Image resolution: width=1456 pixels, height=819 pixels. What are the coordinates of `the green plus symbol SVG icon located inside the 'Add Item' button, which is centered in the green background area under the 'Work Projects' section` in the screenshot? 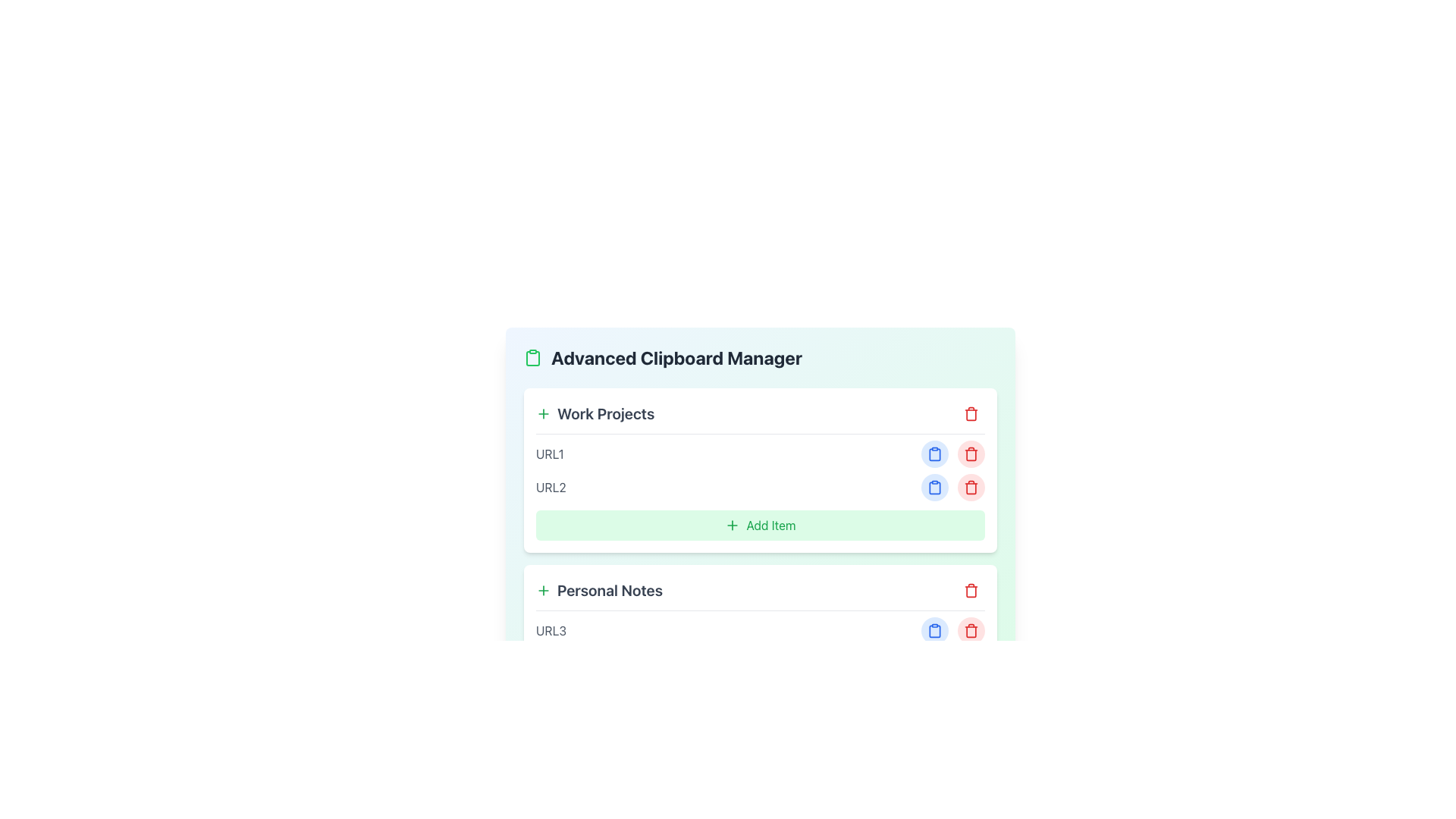 It's located at (733, 525).